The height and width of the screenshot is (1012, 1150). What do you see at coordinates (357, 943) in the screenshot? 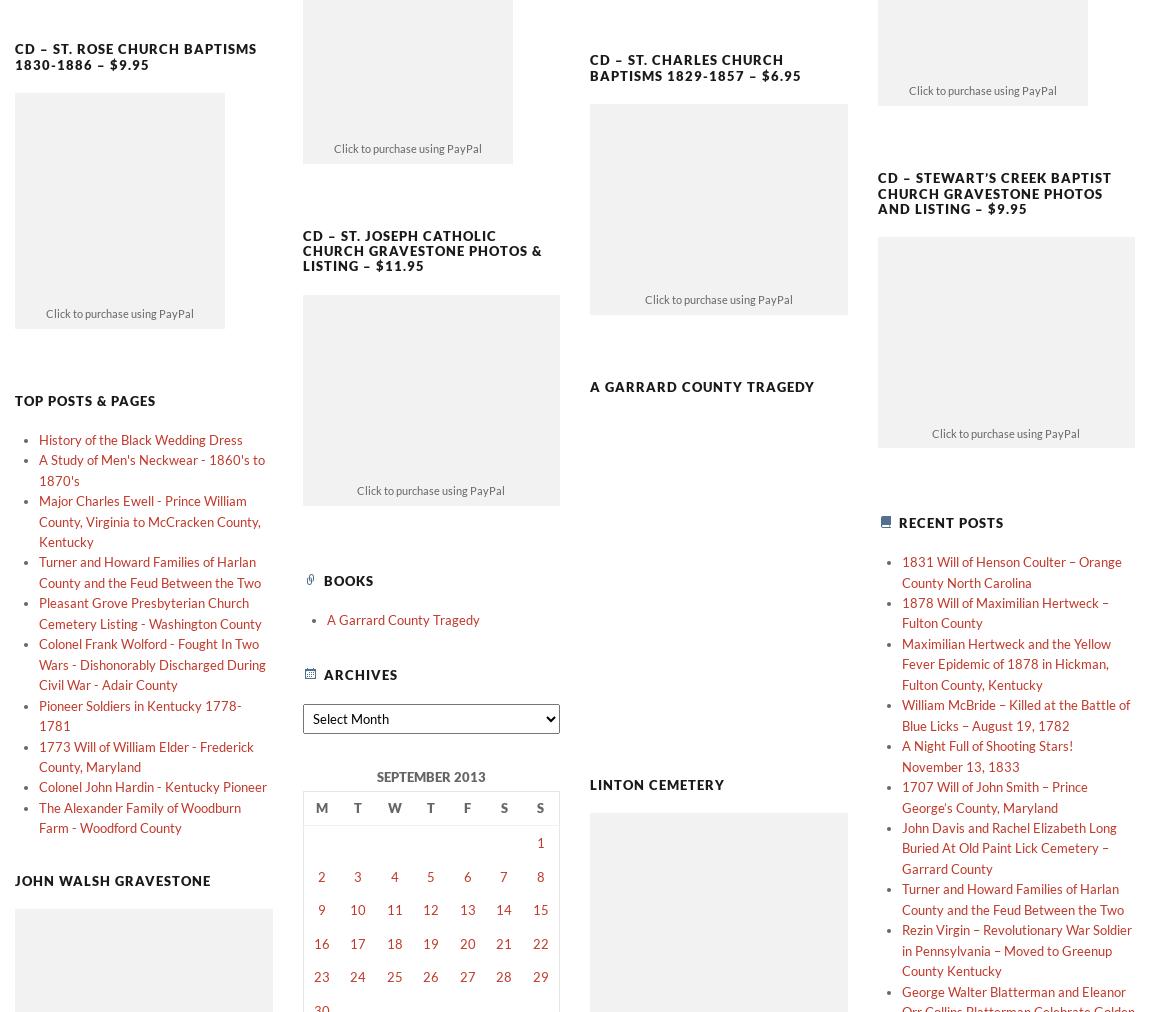
I see `'24'` at bounding box center [357, 943].